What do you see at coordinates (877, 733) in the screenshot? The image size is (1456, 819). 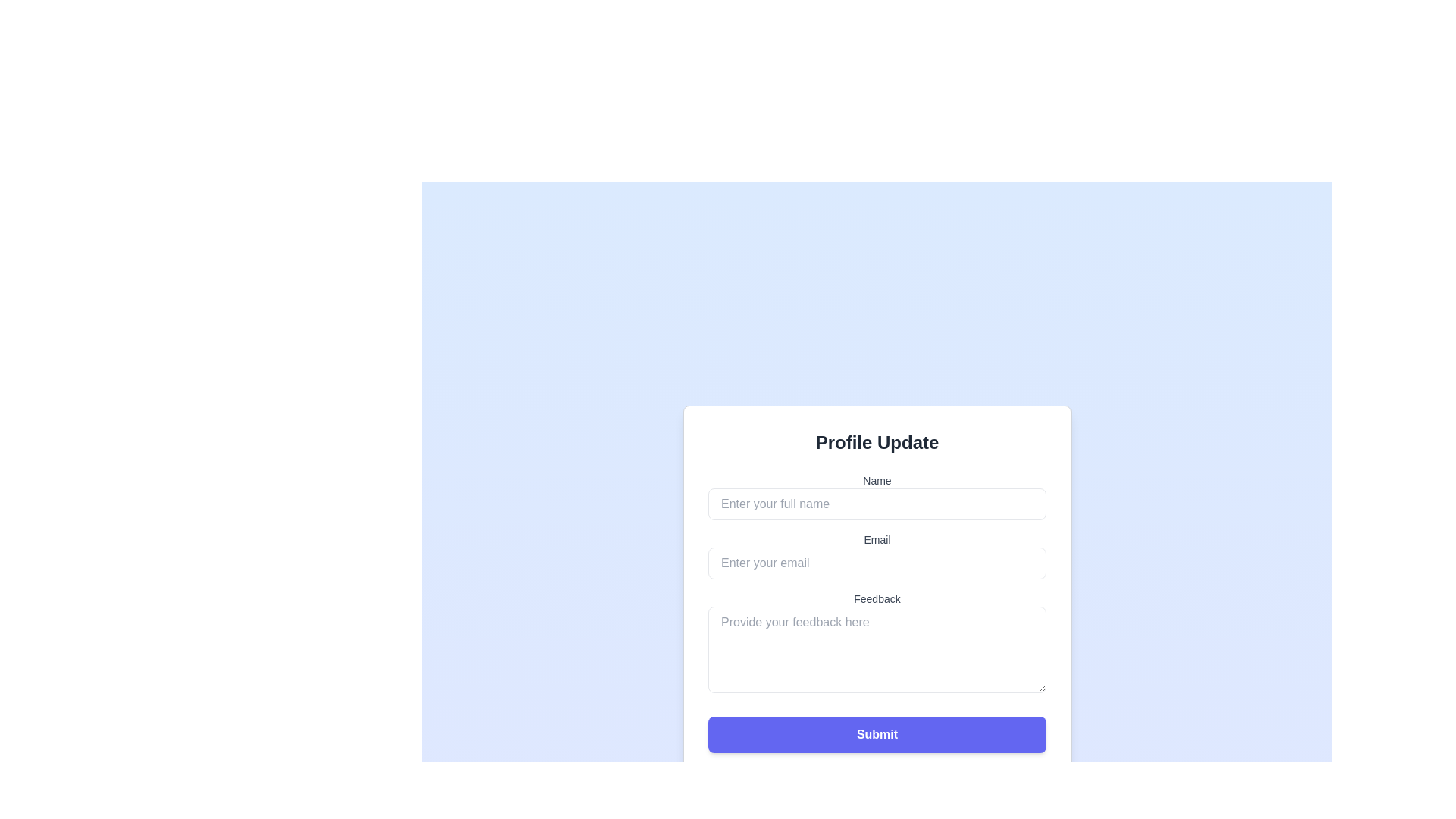 I see `the 'Submit' button with a purple background, located at the bottom of the 'Profile Update' form, to see the focus ring` at bounding box center [877, 733].